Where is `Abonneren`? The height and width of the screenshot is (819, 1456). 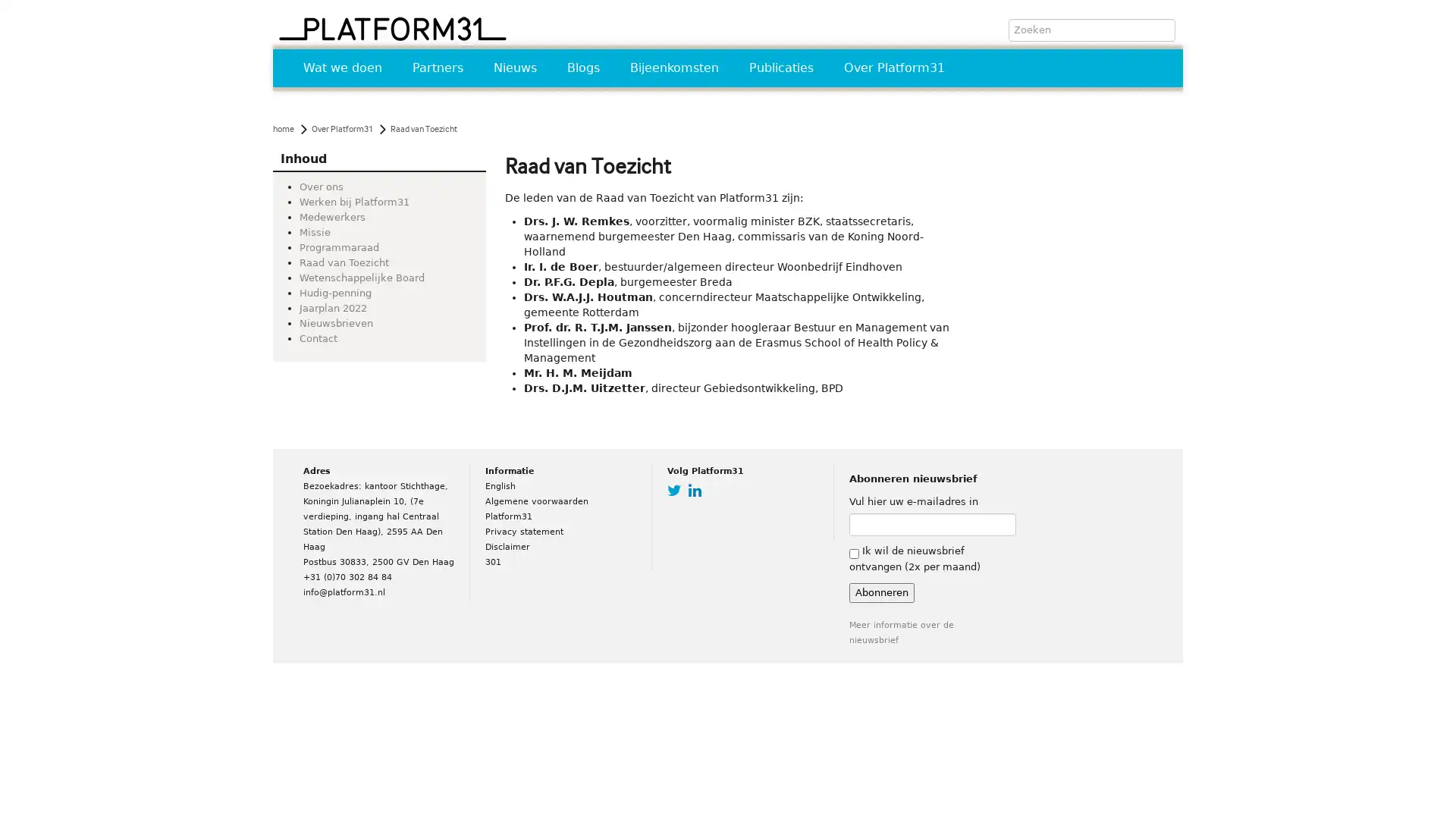 Abonneren is located at coordinates (881, 592).